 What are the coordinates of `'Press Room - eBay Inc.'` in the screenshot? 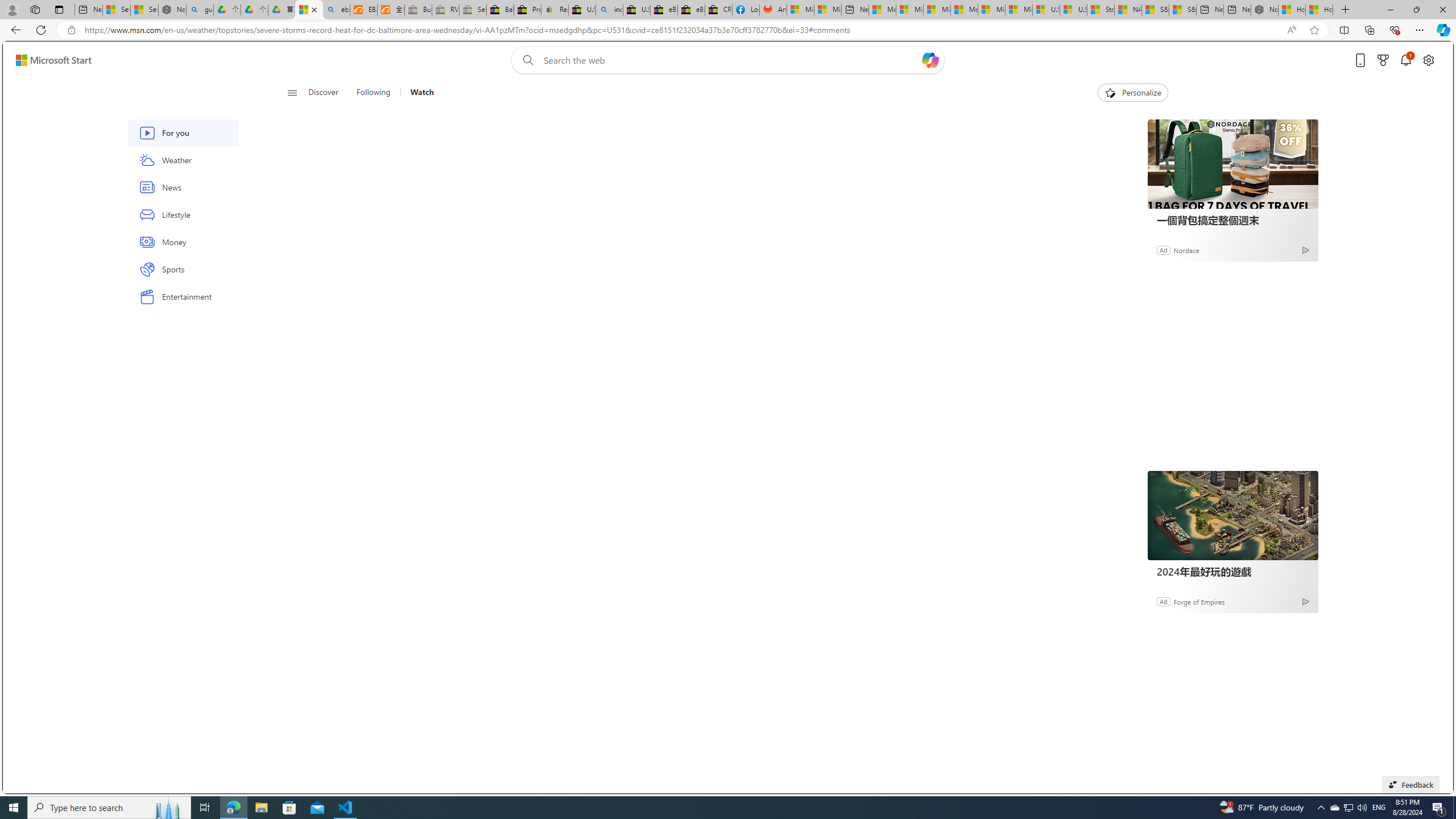 It's located at (528, 9).